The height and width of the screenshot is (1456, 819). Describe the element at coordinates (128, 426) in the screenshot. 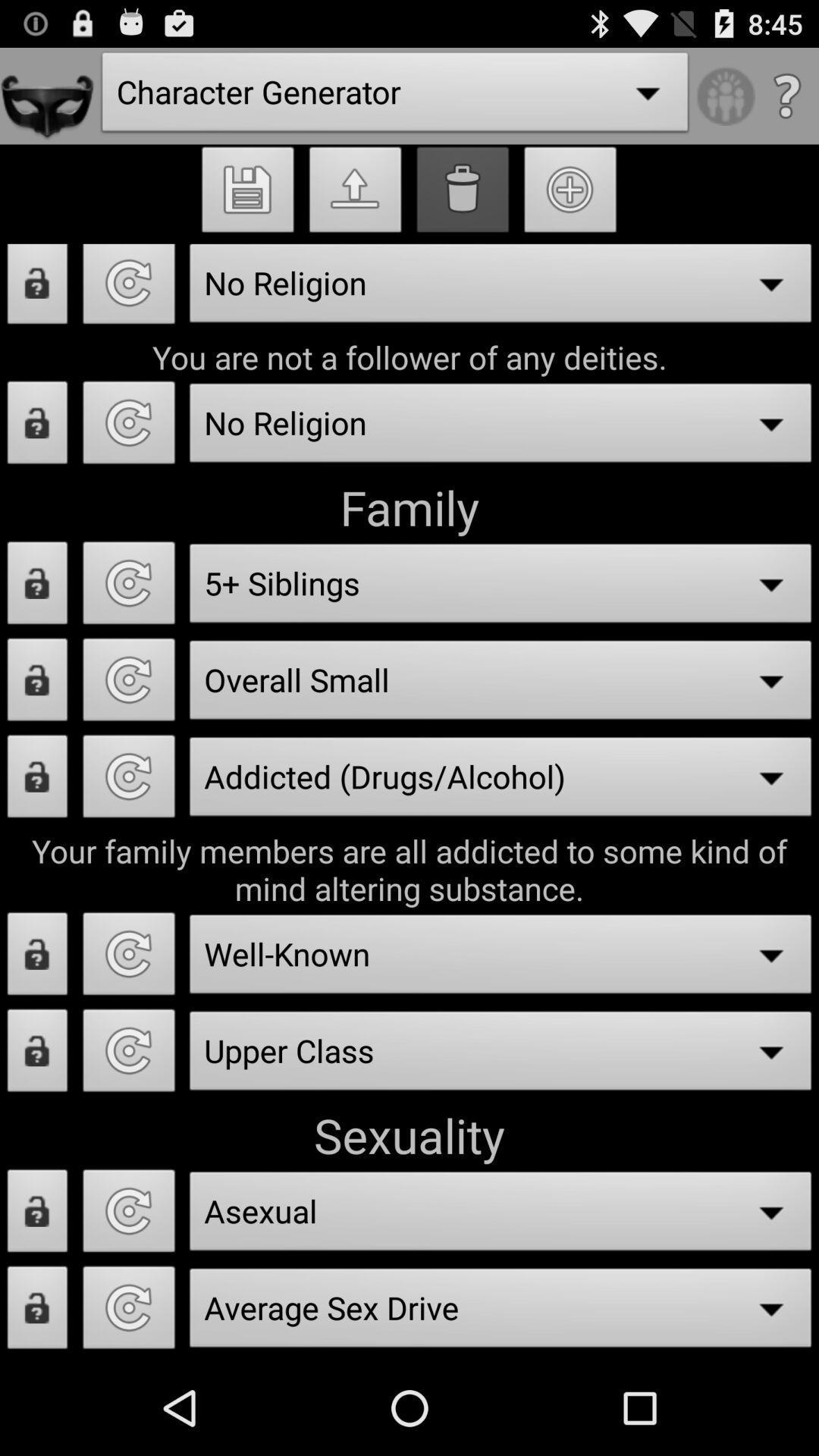

I see `randomize` at that location.